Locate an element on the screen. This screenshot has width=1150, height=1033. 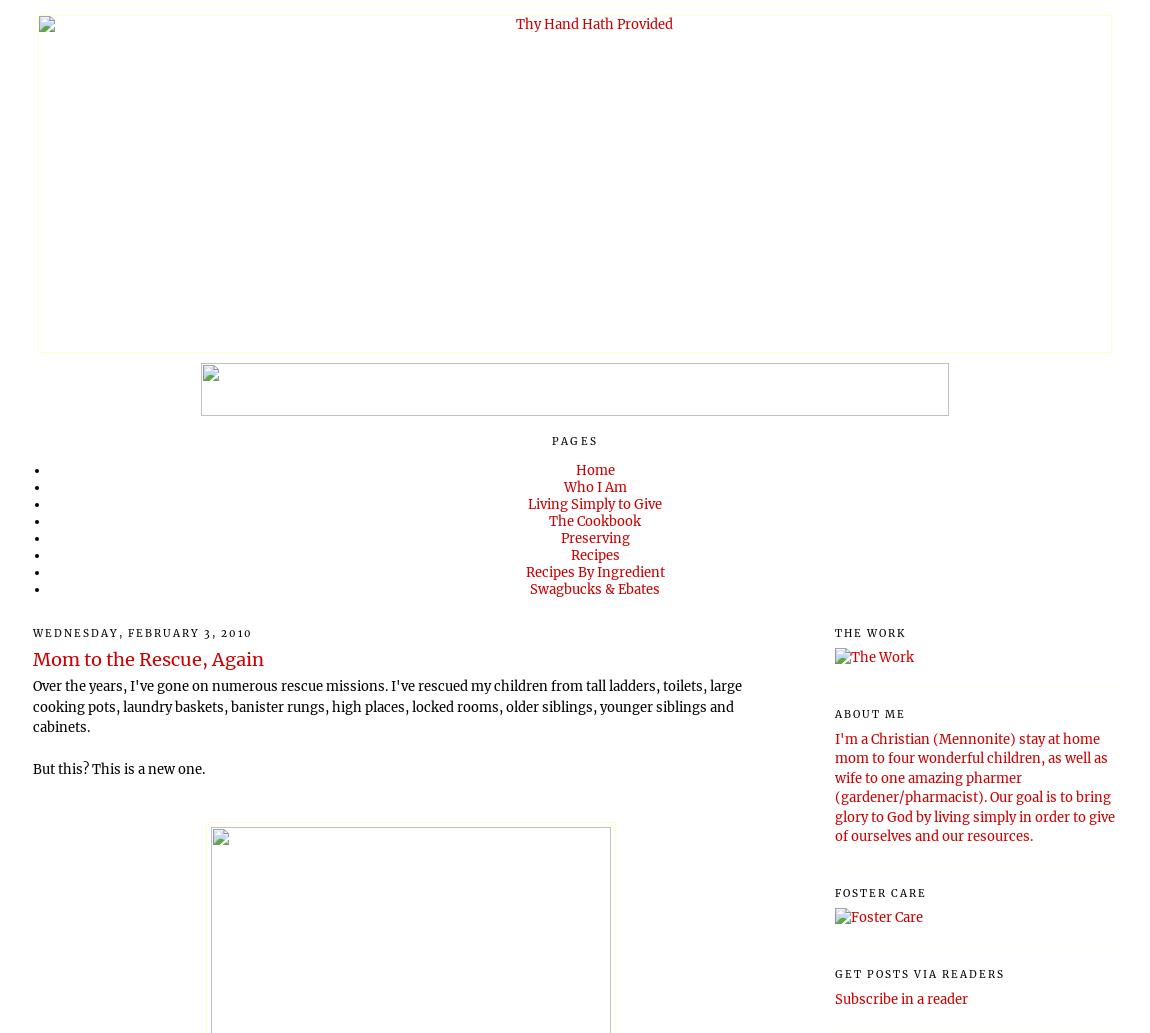
'Preserving' is located at coordinates (593, 537).